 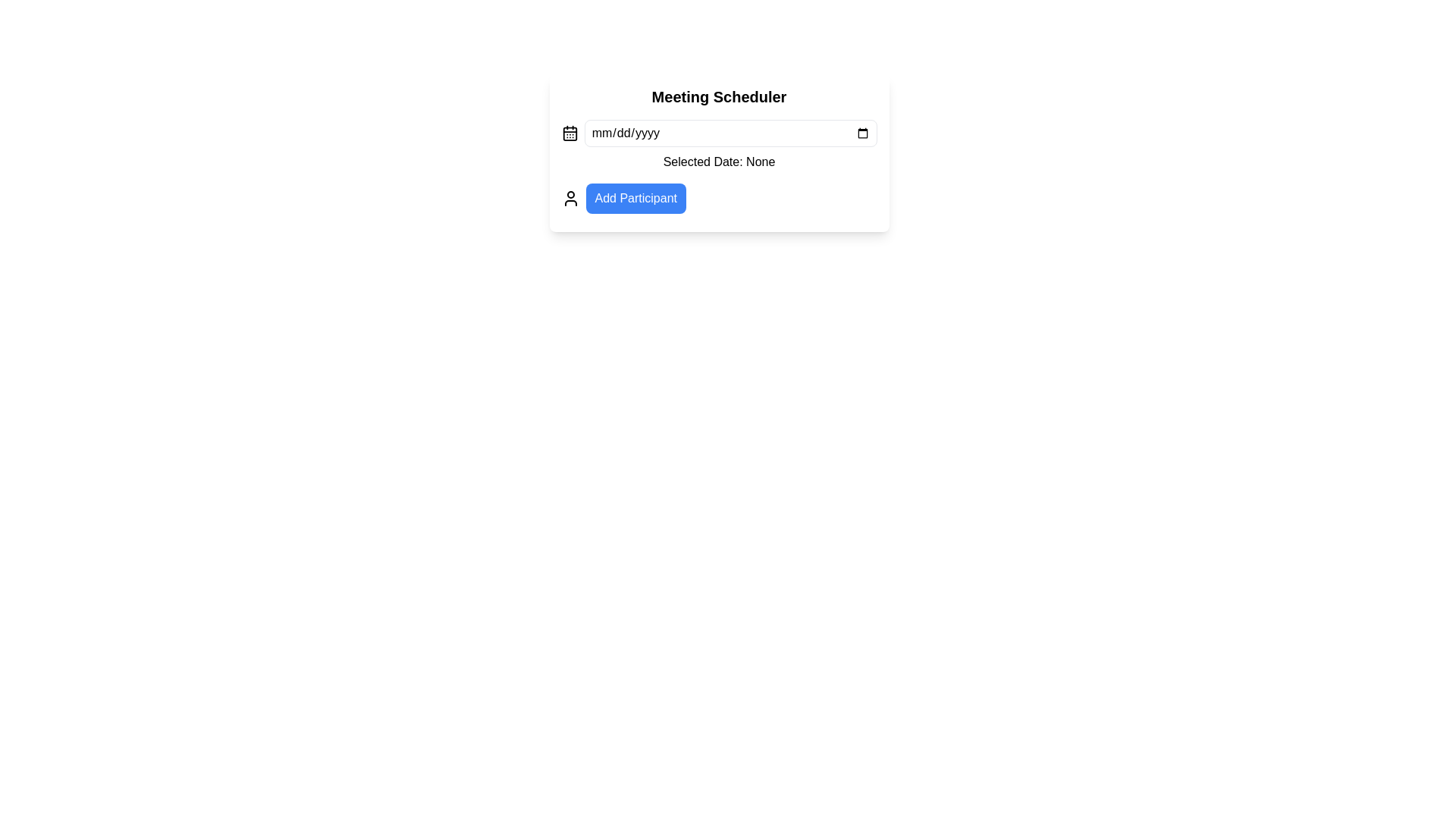 What do you see at coordinates (718, 162) in the screenshot?
I see `text label displaying 'Selected Date: None', which is located below the date input field and above the 'Add Participant' button` at bounding box center [718, 162].